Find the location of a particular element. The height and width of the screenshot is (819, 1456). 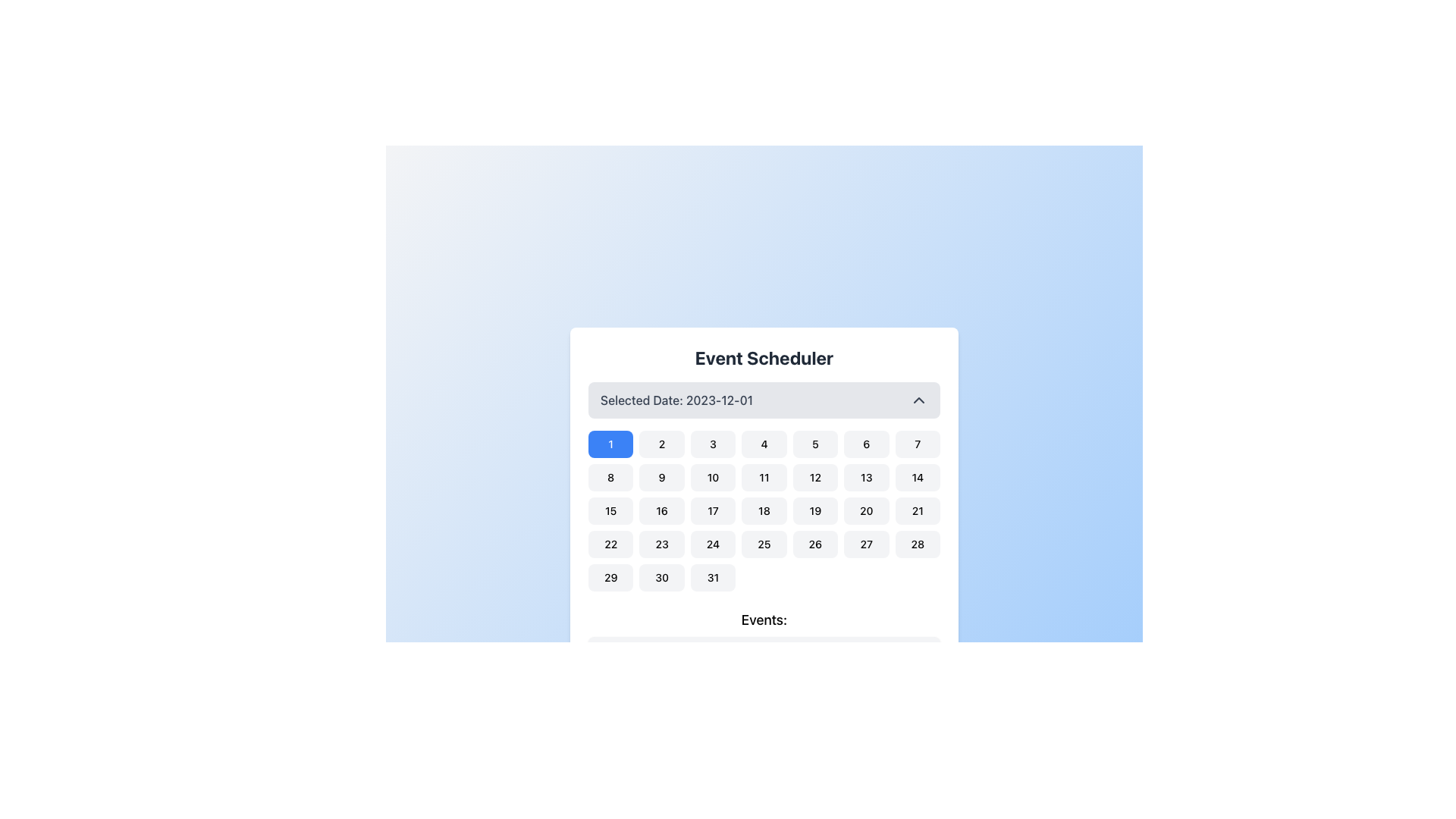

the button representing the 3rd of the month in the calendar interface is located at coordinates (712, 444).